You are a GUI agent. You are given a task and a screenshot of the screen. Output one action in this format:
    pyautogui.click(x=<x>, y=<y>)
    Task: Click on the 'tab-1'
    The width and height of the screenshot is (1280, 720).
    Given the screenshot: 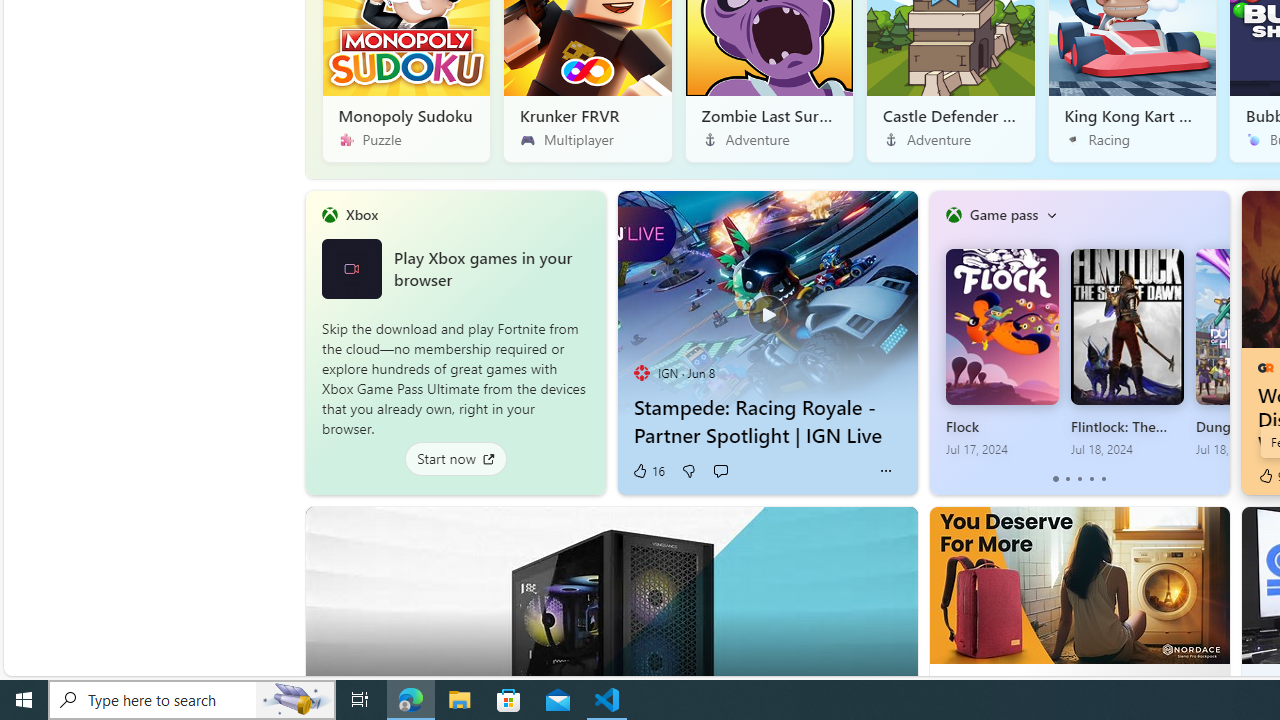 What is the action you would take?
    pyautogui.click(x=1066, y=479)
    